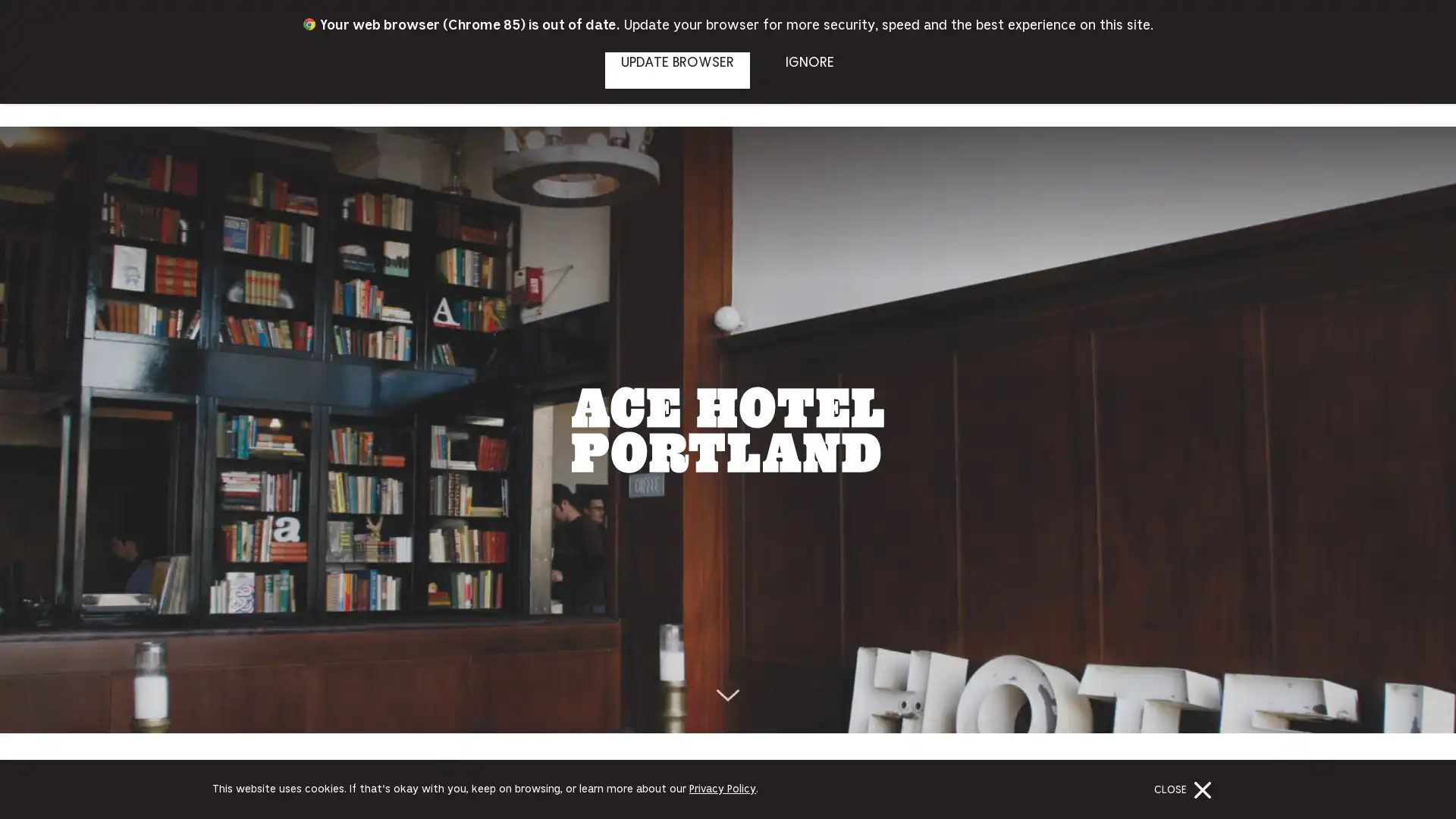 The image size is (1456, 819). What do you see at coordinates (808, 70) in the screenshot?
I see `IGNORE` at bounding box center [808, 70].